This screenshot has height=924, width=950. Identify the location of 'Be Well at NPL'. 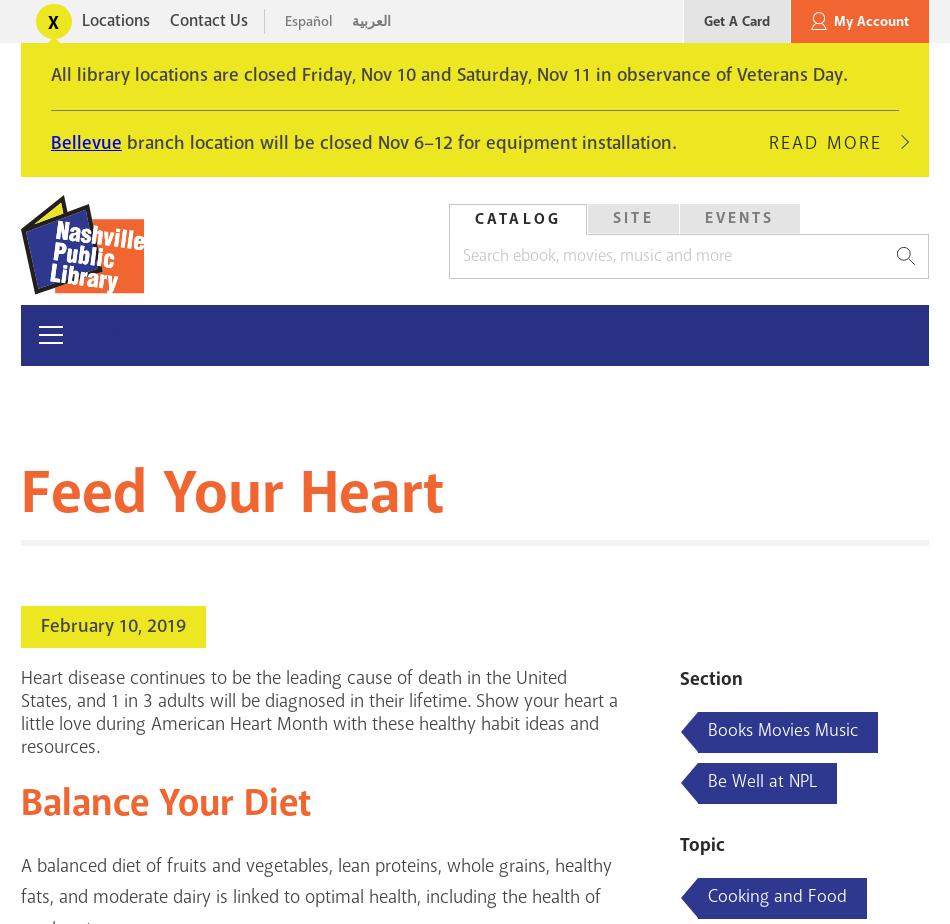
(761, 781).